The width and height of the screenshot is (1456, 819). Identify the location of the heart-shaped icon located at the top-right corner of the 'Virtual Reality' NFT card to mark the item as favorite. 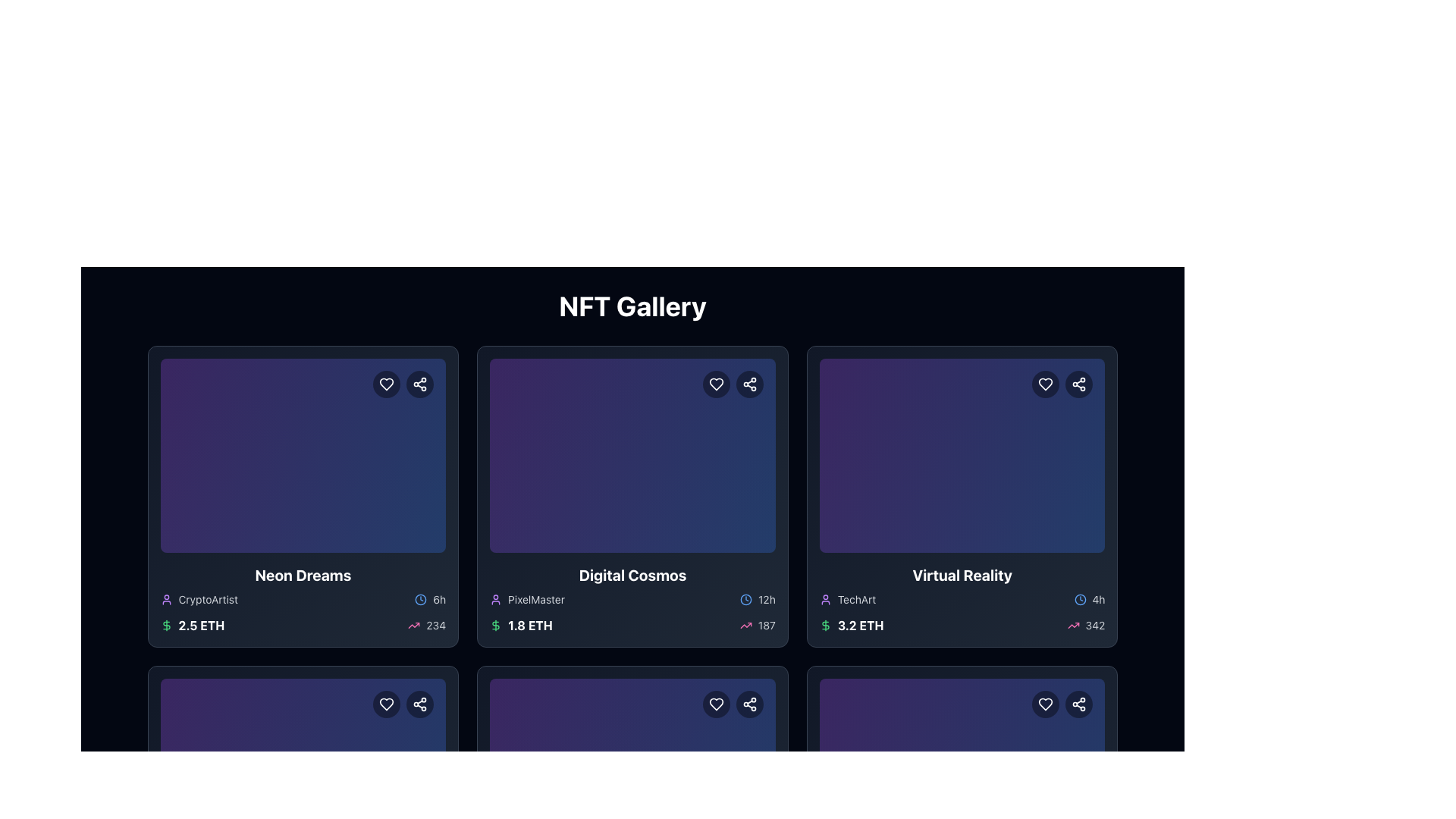
(1045, 704).